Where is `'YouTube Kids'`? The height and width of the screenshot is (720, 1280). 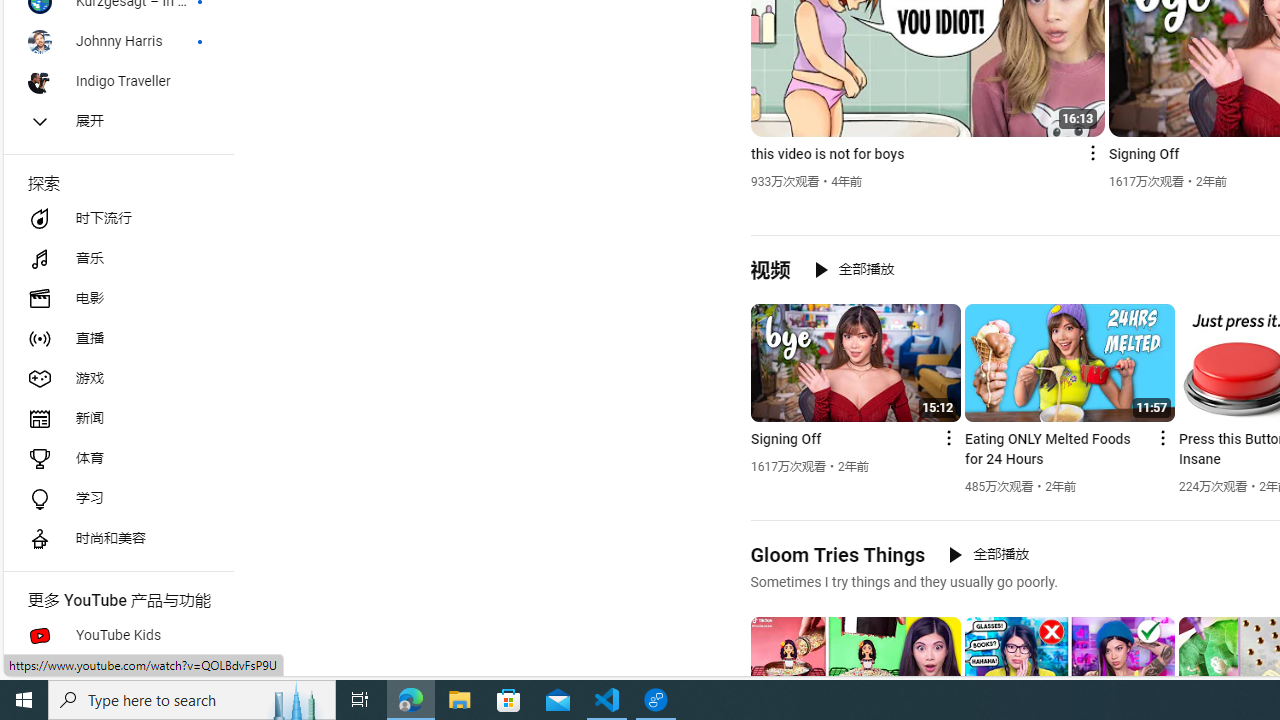 'YouTube Kids' is located at coordinates (116, 636).